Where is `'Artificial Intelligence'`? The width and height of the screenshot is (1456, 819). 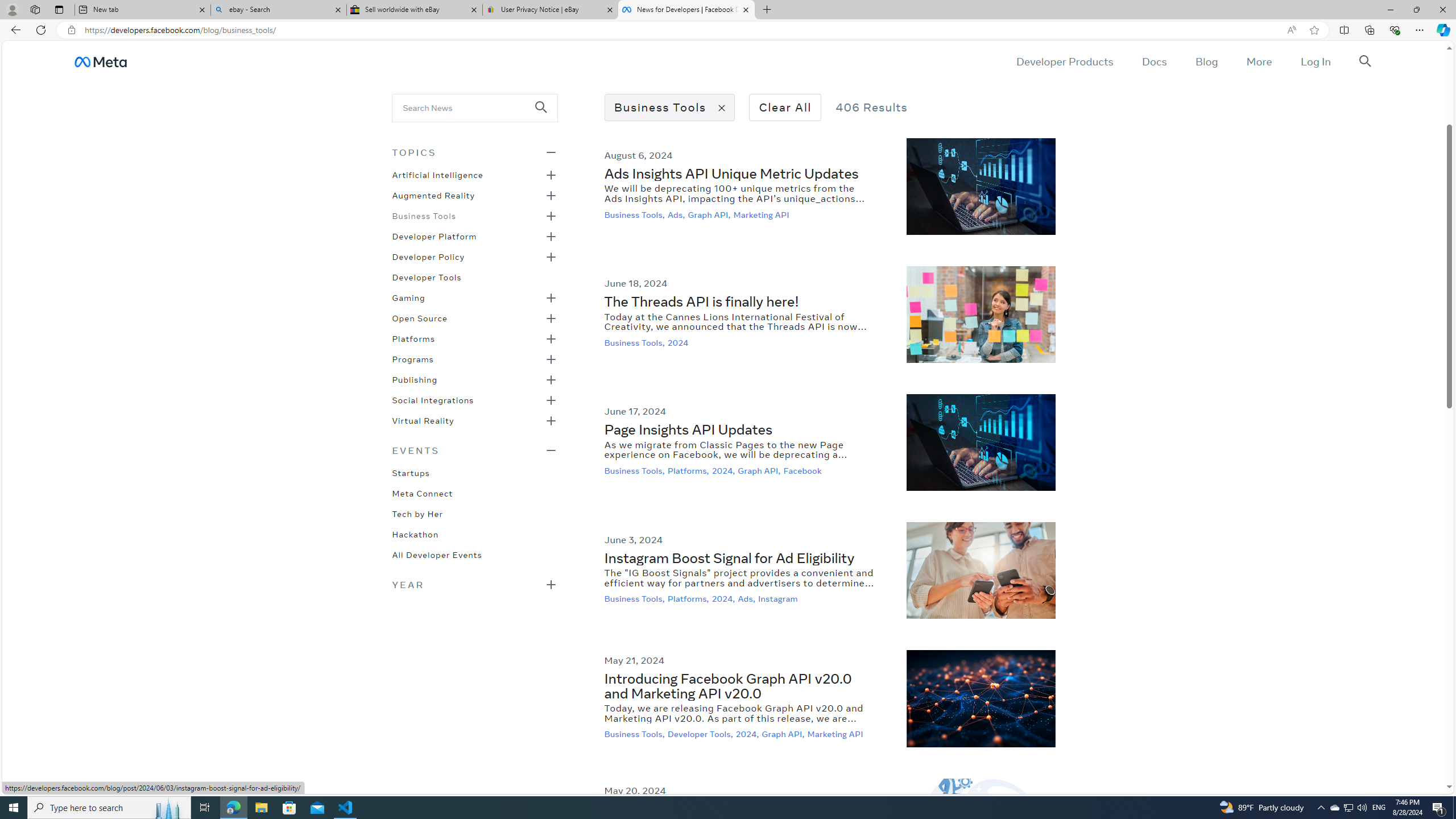 'Artificial Intelligence' is located at coordinates (437, 174).